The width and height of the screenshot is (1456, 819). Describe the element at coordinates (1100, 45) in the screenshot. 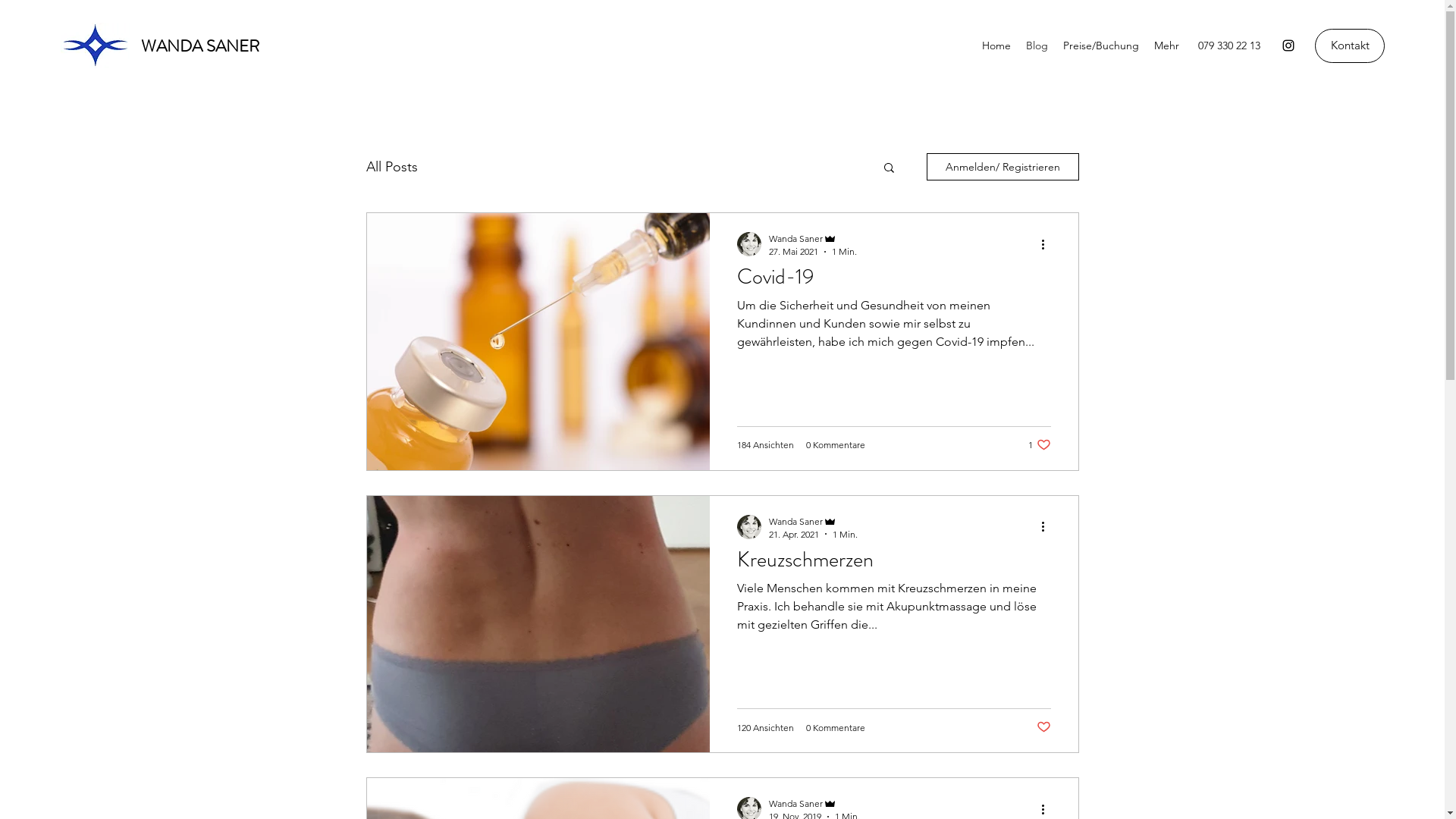

I see `'Preise/Buchung'` at that location.